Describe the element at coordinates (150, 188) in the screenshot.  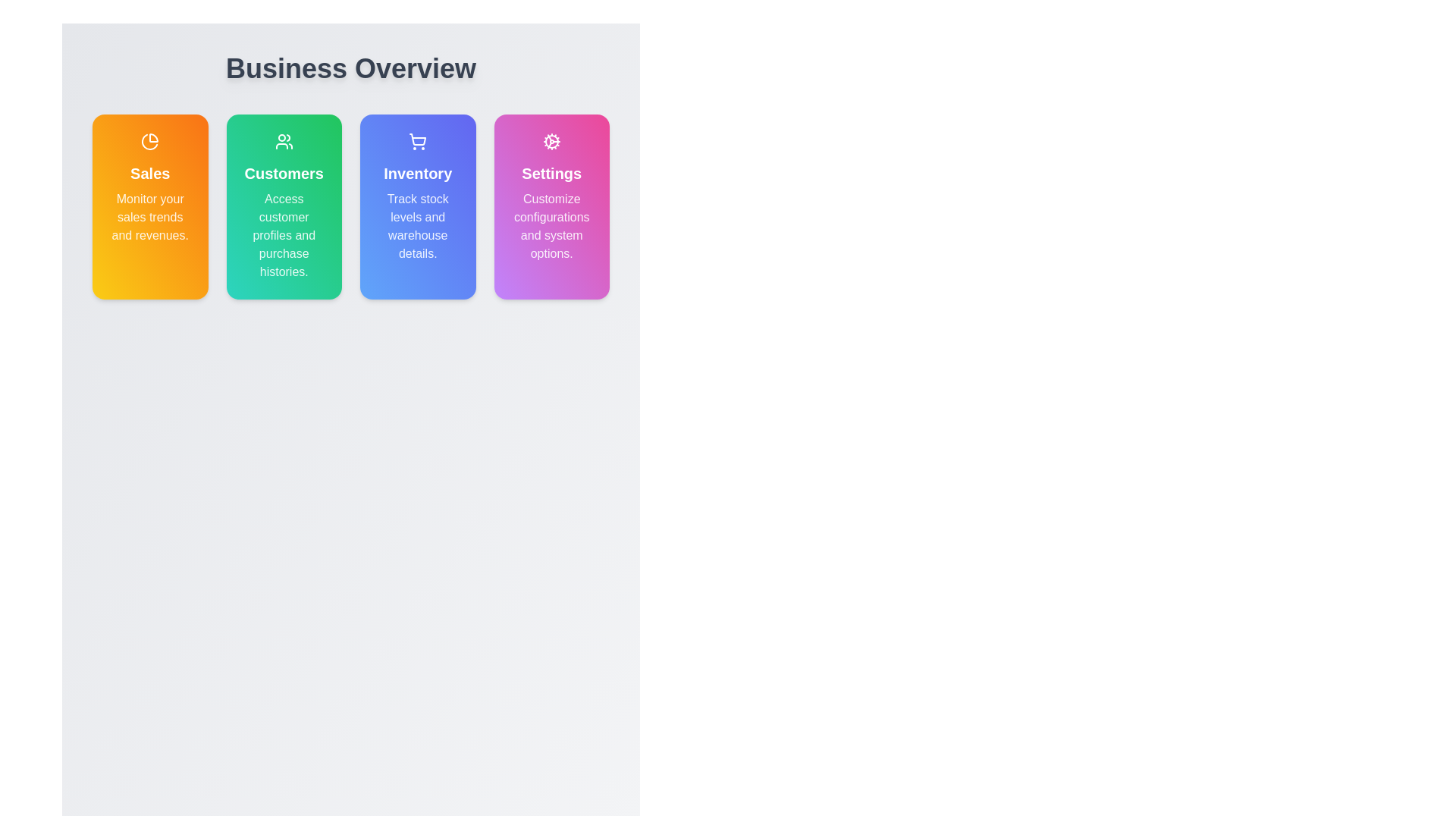
I see `the first informational card in the top row of the dashboard that provides details about monitoring sales trends and revenues` at that location.